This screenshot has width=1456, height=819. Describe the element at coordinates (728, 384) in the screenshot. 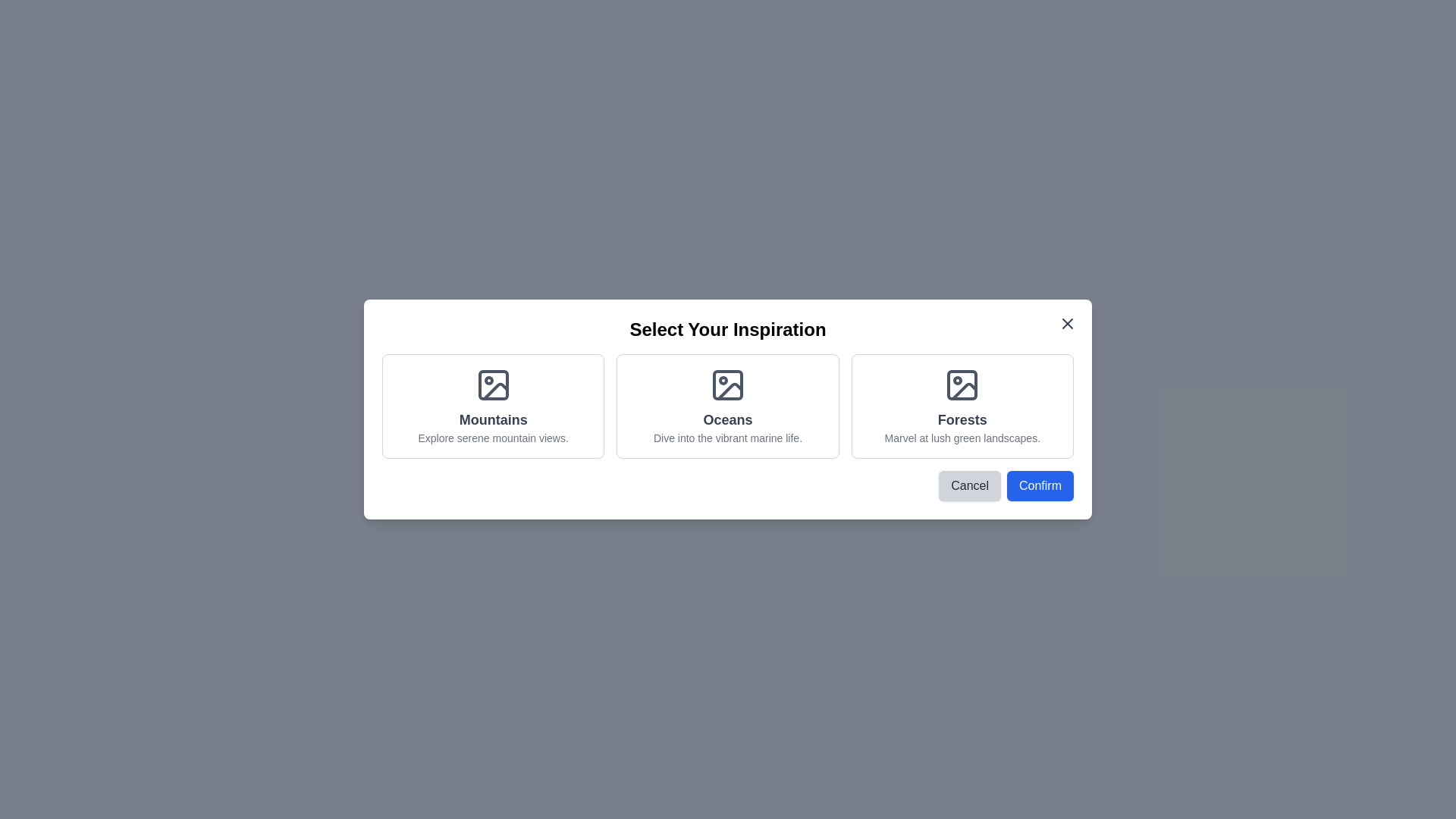

I see `the decorative shape within the icon representing 'Oceans', which is a dark gray rectangular shape with rounded corners located in the second column of the selection grid` at that location.